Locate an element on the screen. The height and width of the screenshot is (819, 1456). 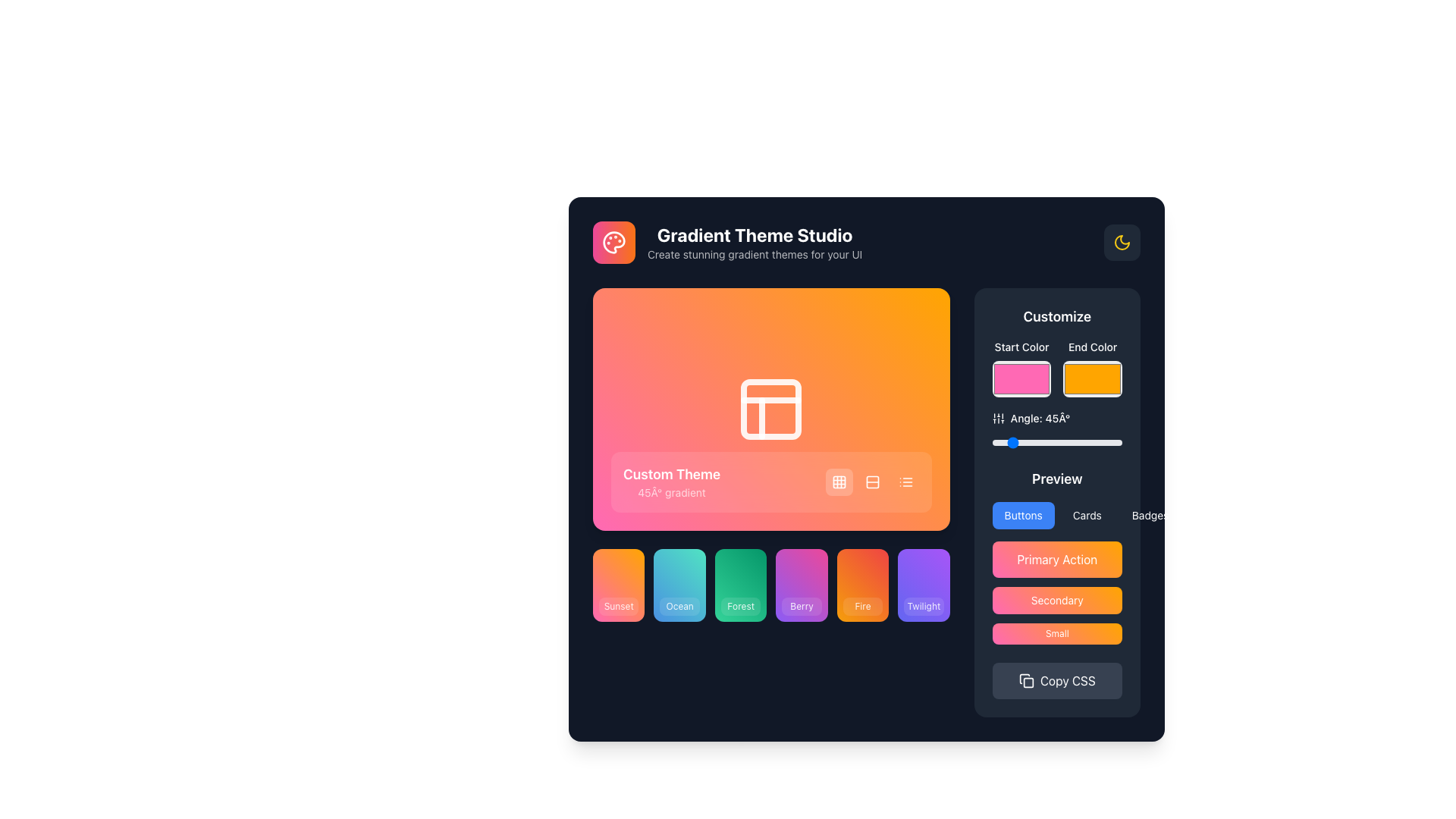
the color picker located directly below the 'Start Color' label in the 'Customize' section is located at coordinates (1021, 378).